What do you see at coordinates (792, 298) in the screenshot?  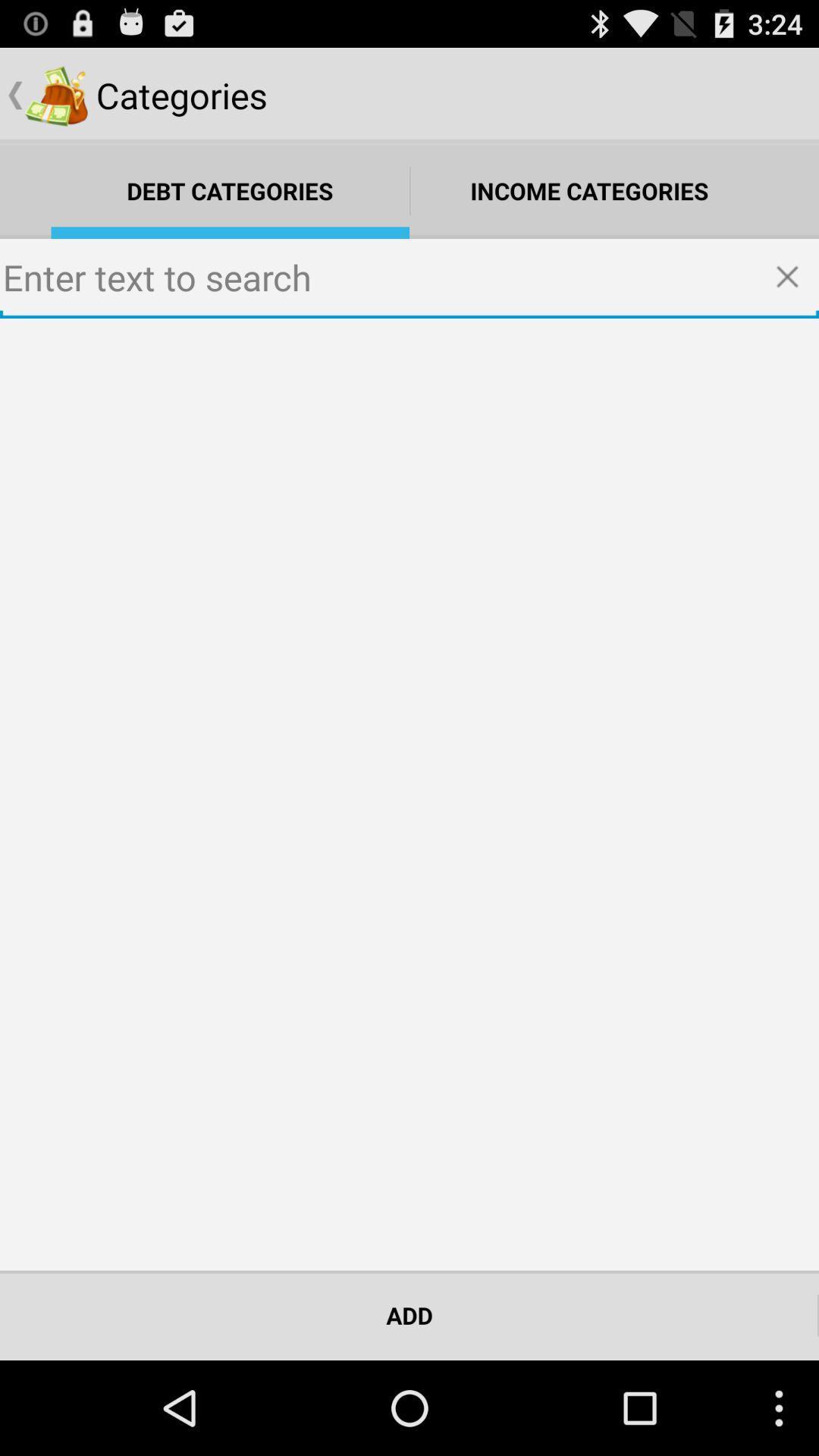 I see `the close icon` at bounding box center [792, 298].